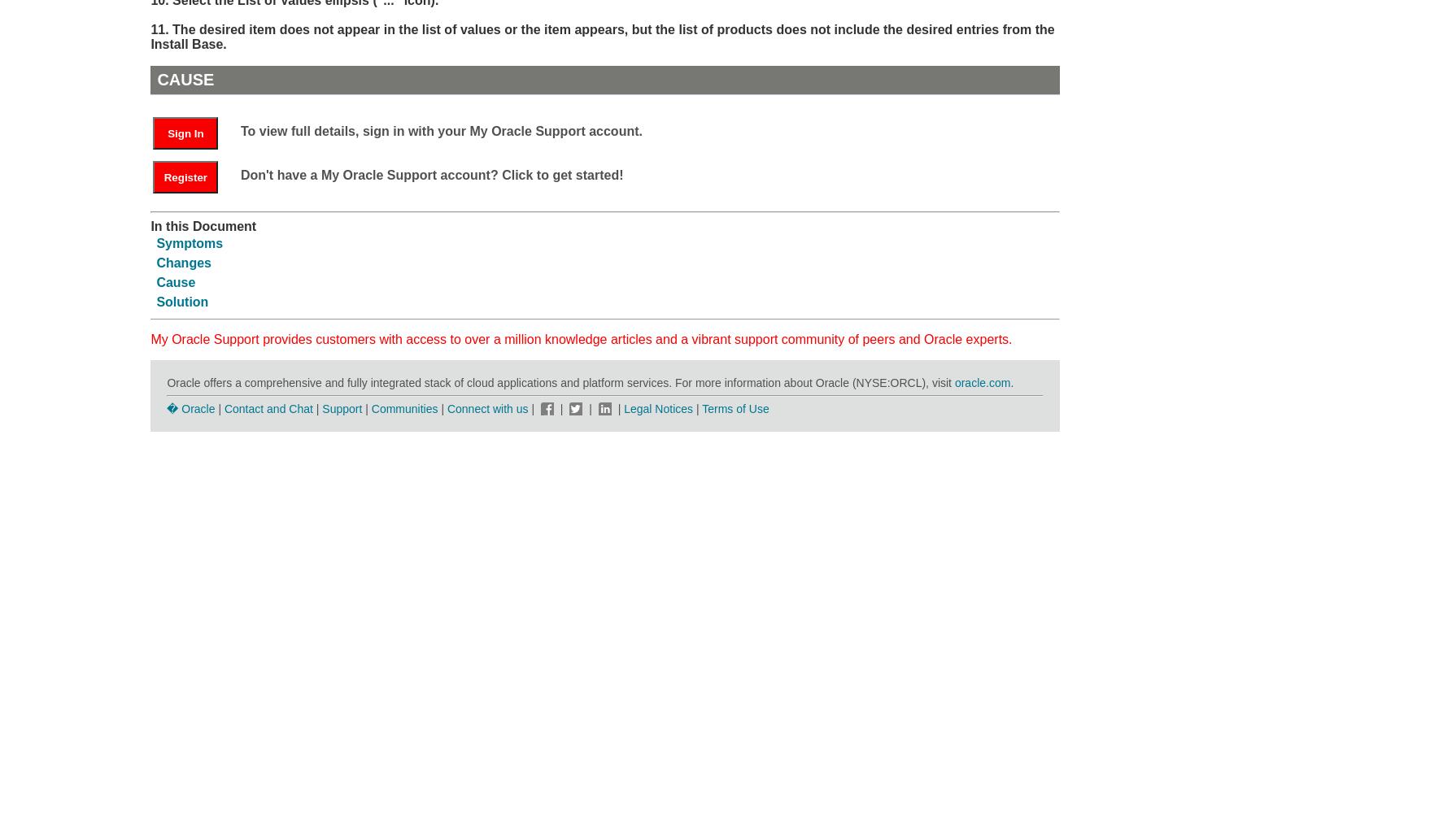 This screenshot has width=1456, height=813. I want to click on 'Don't have a My Oracle Support account?  Click to get started!', so click(430, 173).